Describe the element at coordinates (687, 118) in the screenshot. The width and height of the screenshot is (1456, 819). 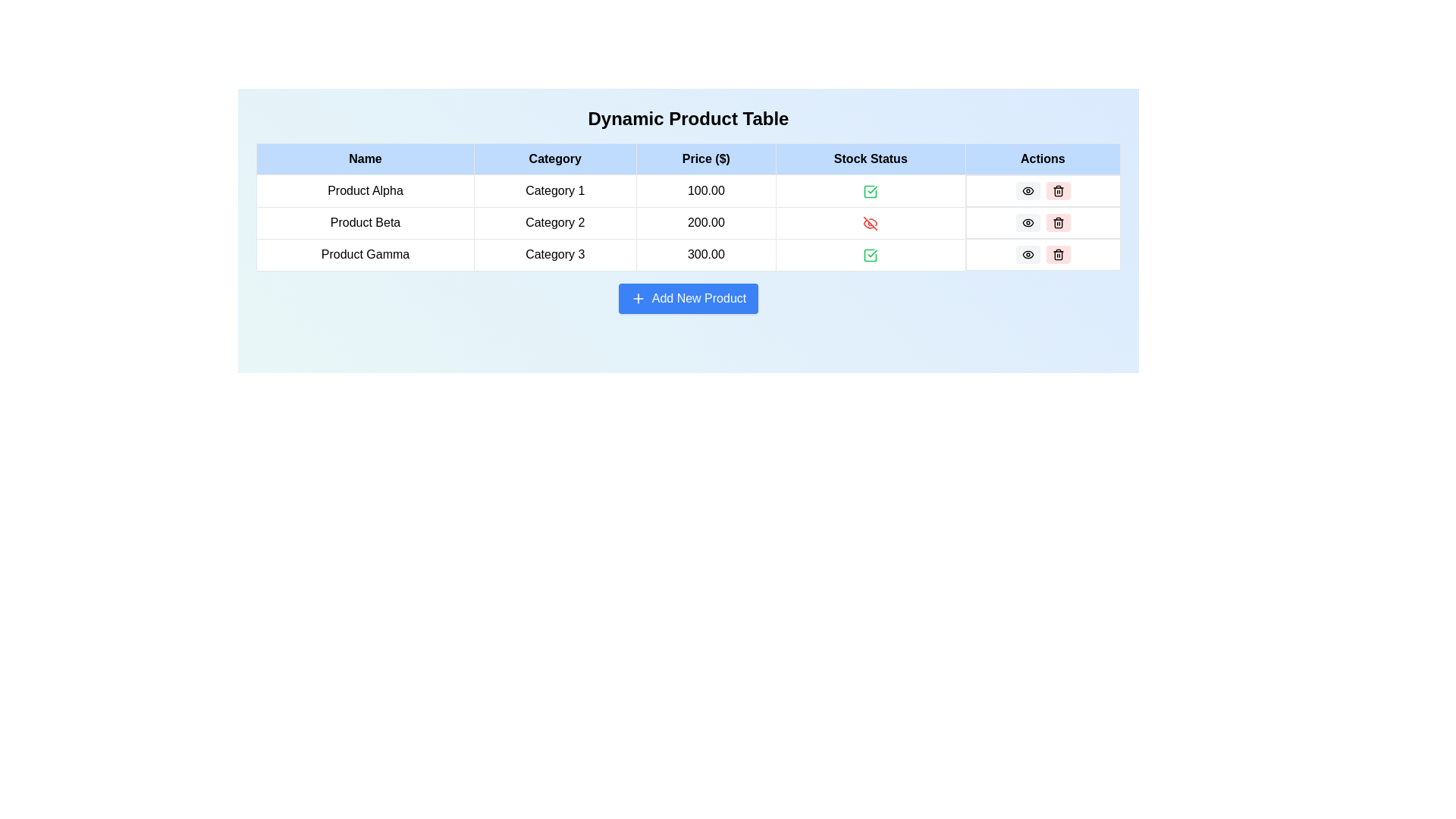
I see `the Text header that serves as the title for the product table, located at the topmost section above the product listings` at that location.